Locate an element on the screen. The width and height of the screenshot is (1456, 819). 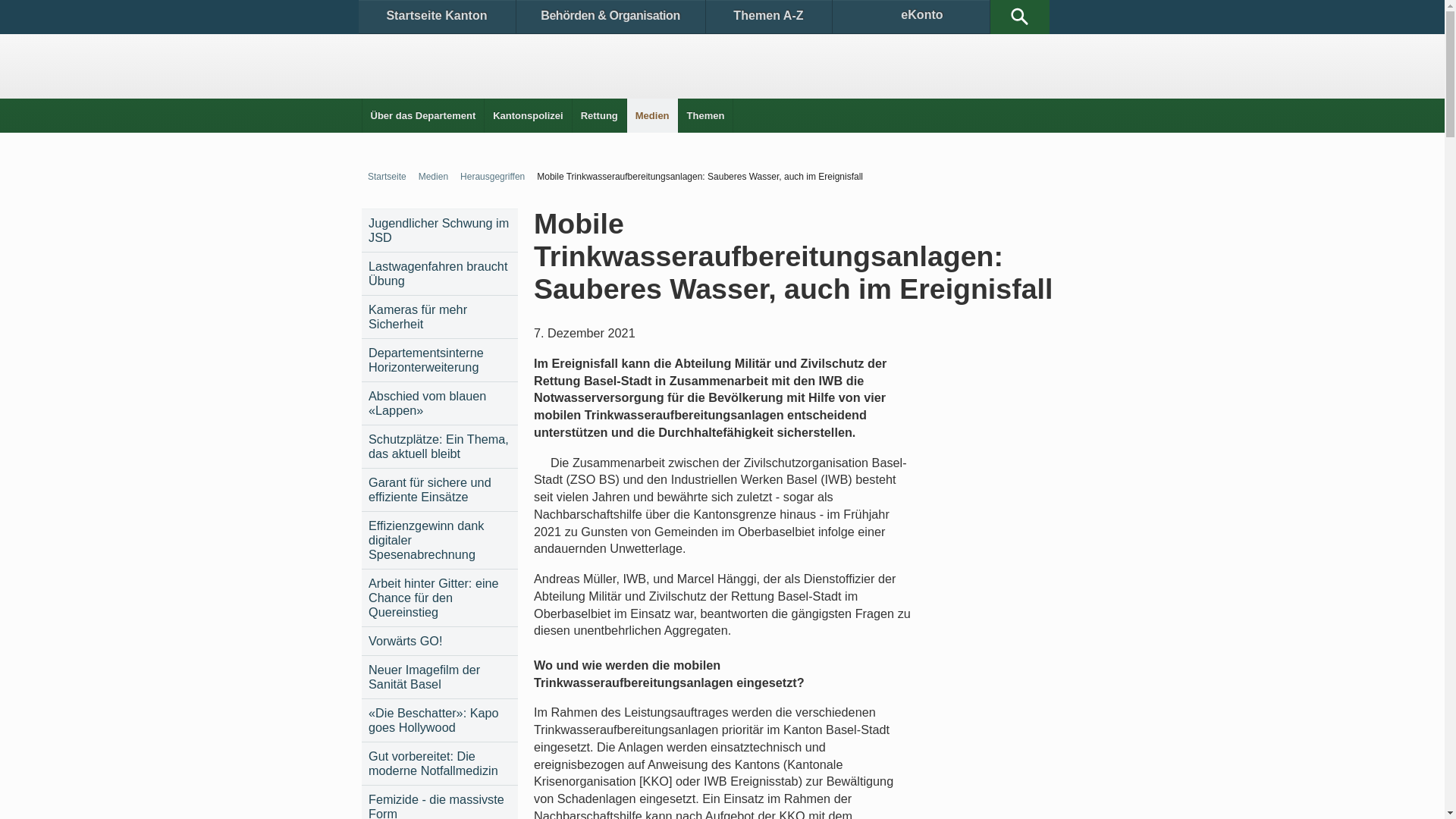
'Medienclips' is located at coordinates (576, 46).